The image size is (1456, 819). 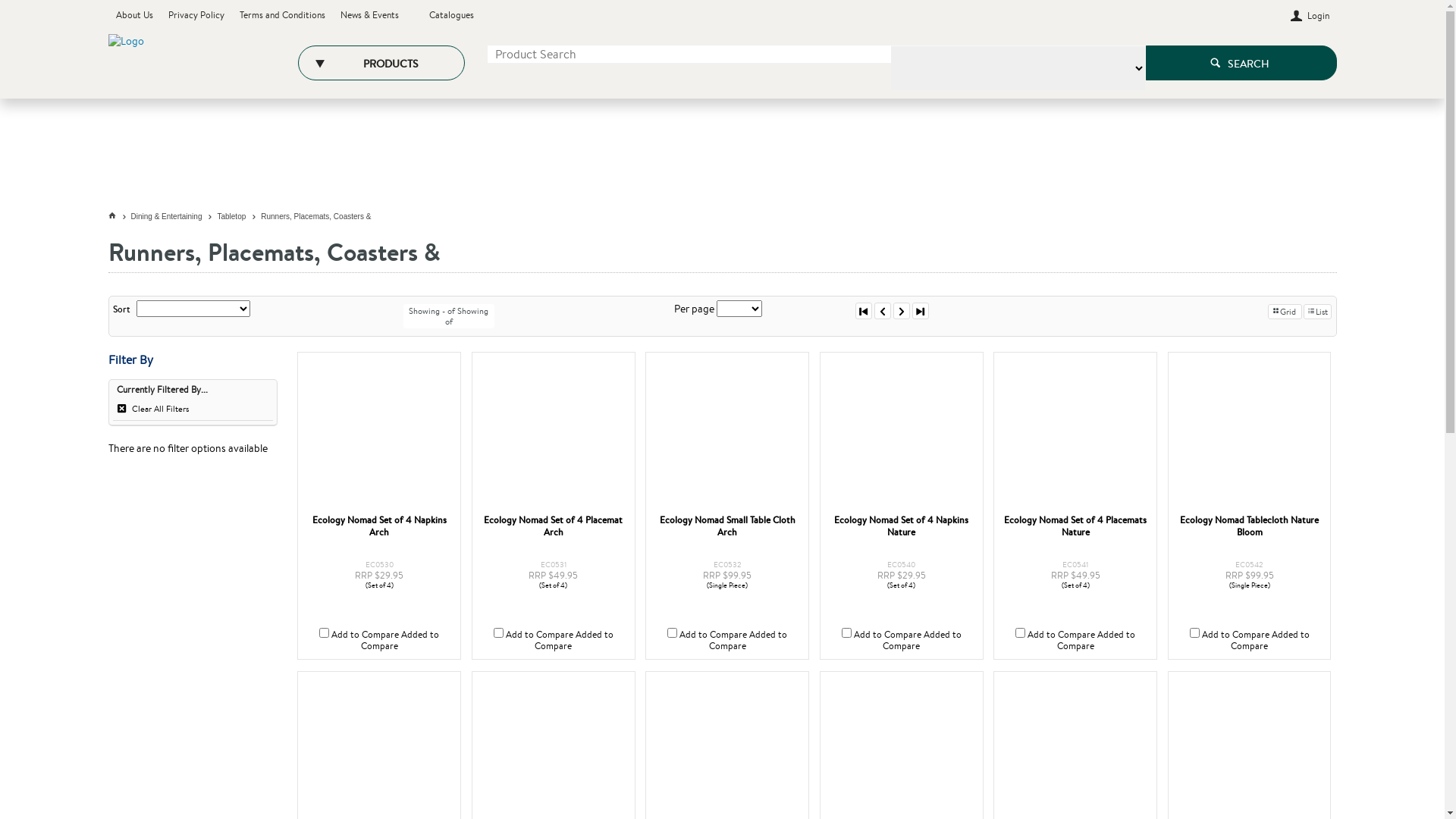 I want to click on 'Ecology Nomad Set of 4 Placemat Arch', so click(x=552, y=433).